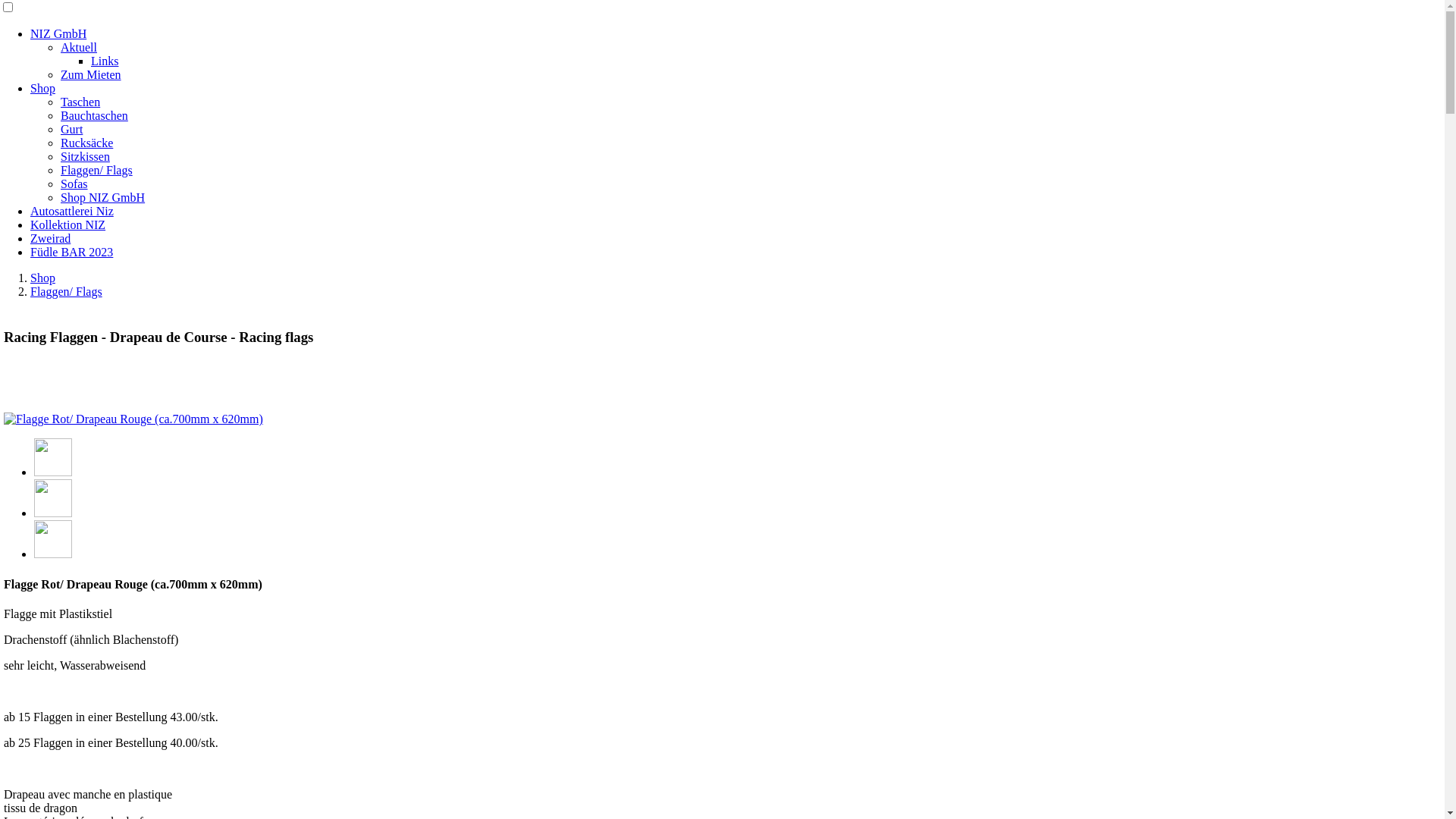  Describe the element at coordinates (104, 60) in the screenshot. I see `'Links'` at that location.